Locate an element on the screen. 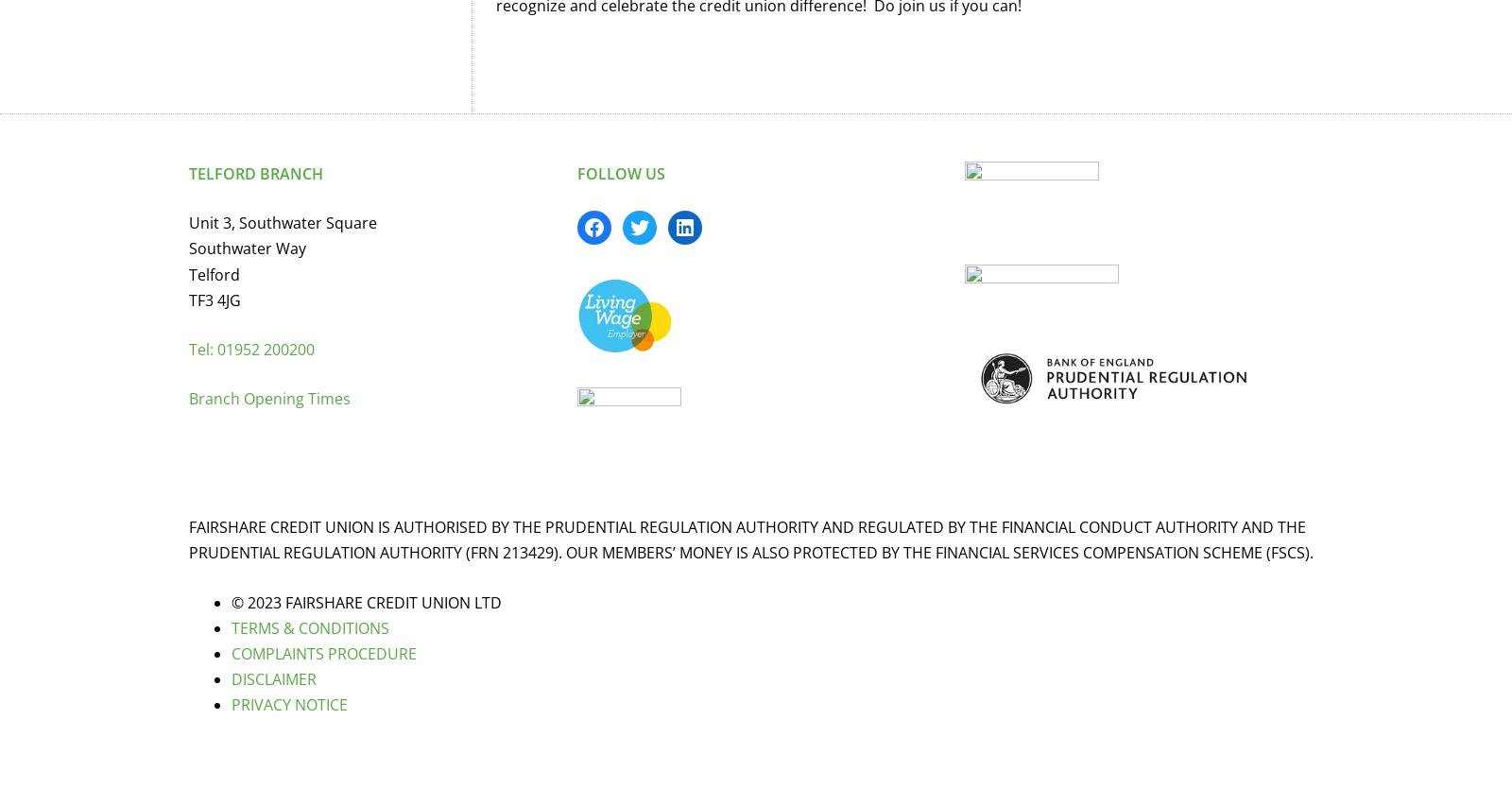 The width and height of the screenshot is (1512, 788). '© 2023 FAIRSHARE CREDIT UNION LTD' is located at coordinates (367, 601).